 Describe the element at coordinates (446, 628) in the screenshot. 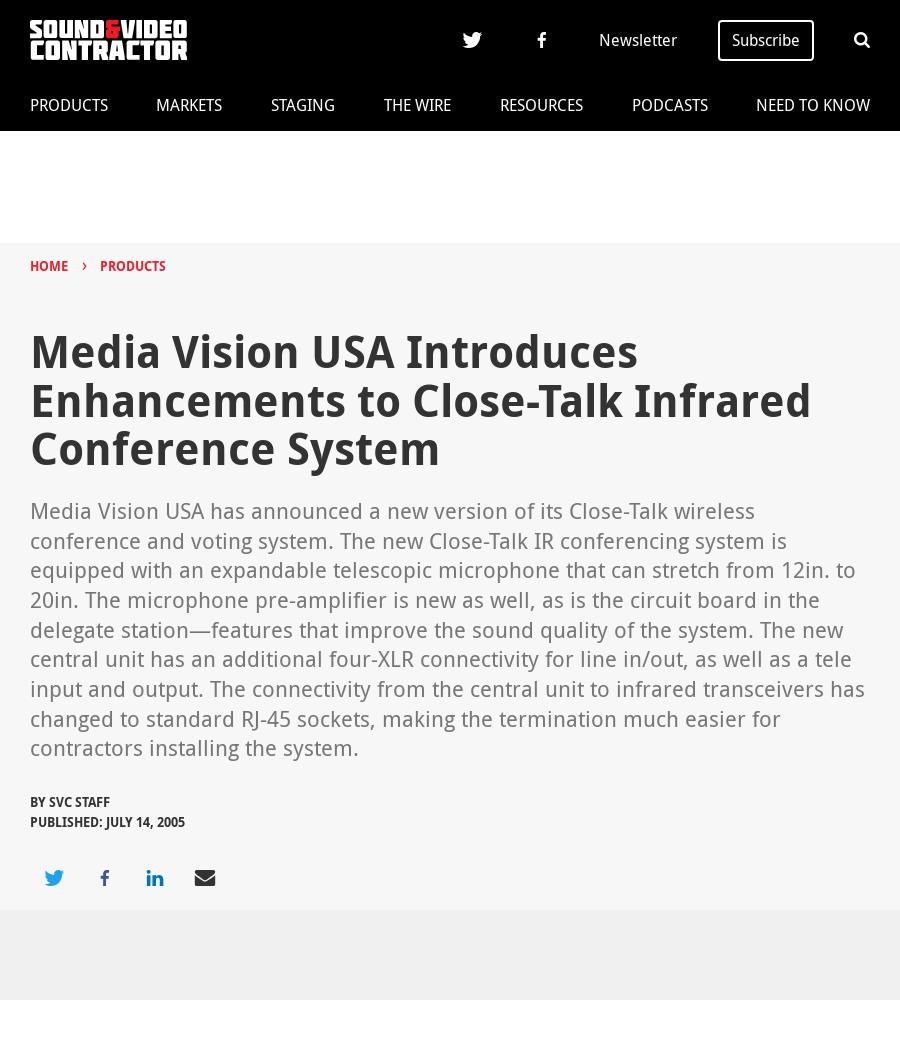

I see `'Media Vision USA has announced a new version of its Close-Talk wireless conference and voting system. The new Close-Talk IR conferencing system is equipped with an expandable telescopic microphone that can stretch from 12in. to 20in.

The microphone pre-amplifier is new as well, as is the circuit board in the delegate station—features that improve the sound quality of the system. The new central unit has an additional four-XLR connectivity for line in/out, as well as a tele input and output. The connectivity from the central unit to infrared transceivers has changed to standard RJ-45 sockets, making the termination much easier for contractors installing the system.'` at that location.